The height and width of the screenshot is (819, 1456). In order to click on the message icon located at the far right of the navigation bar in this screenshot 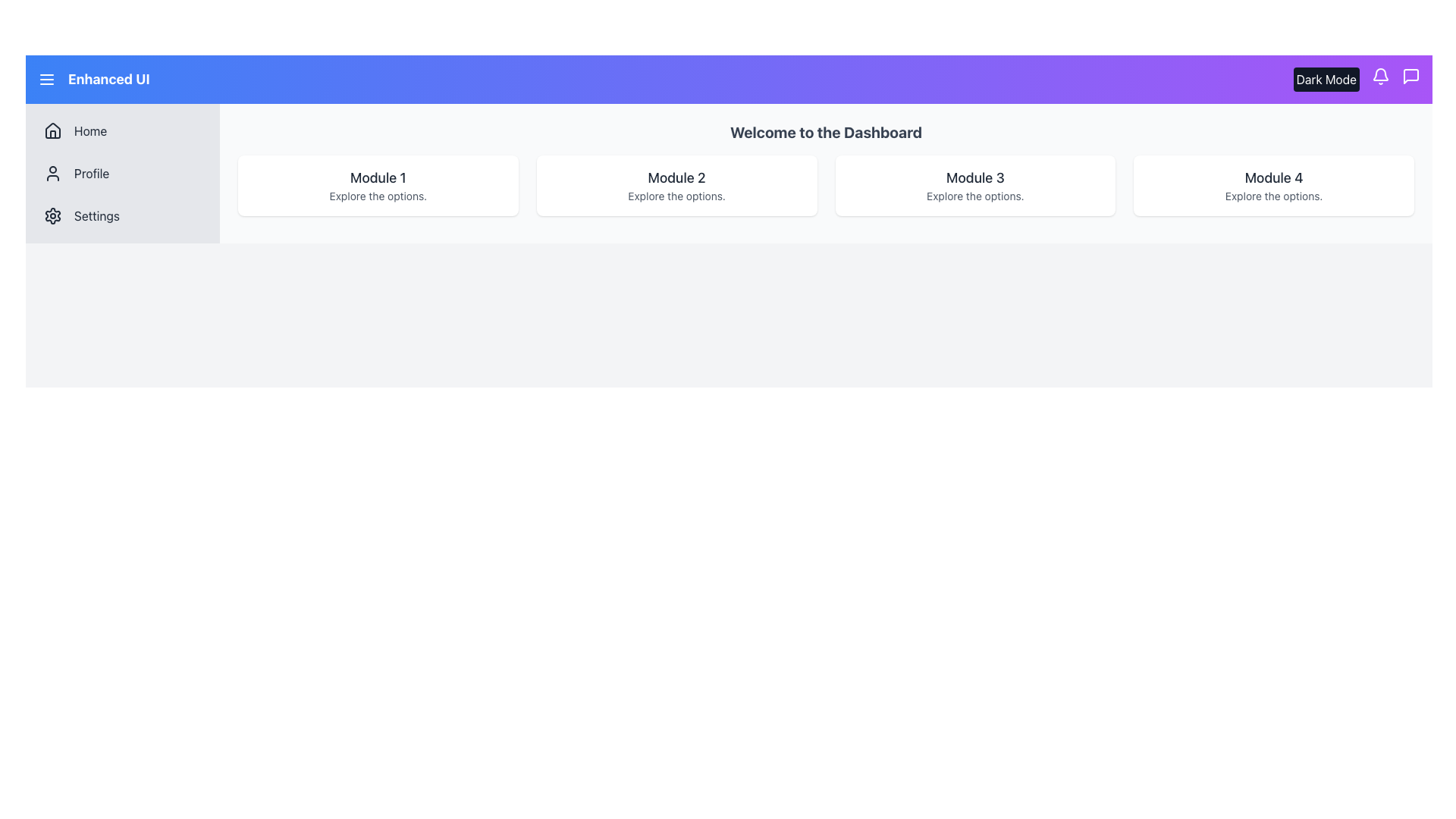, I will do `click(1410, 76)`.